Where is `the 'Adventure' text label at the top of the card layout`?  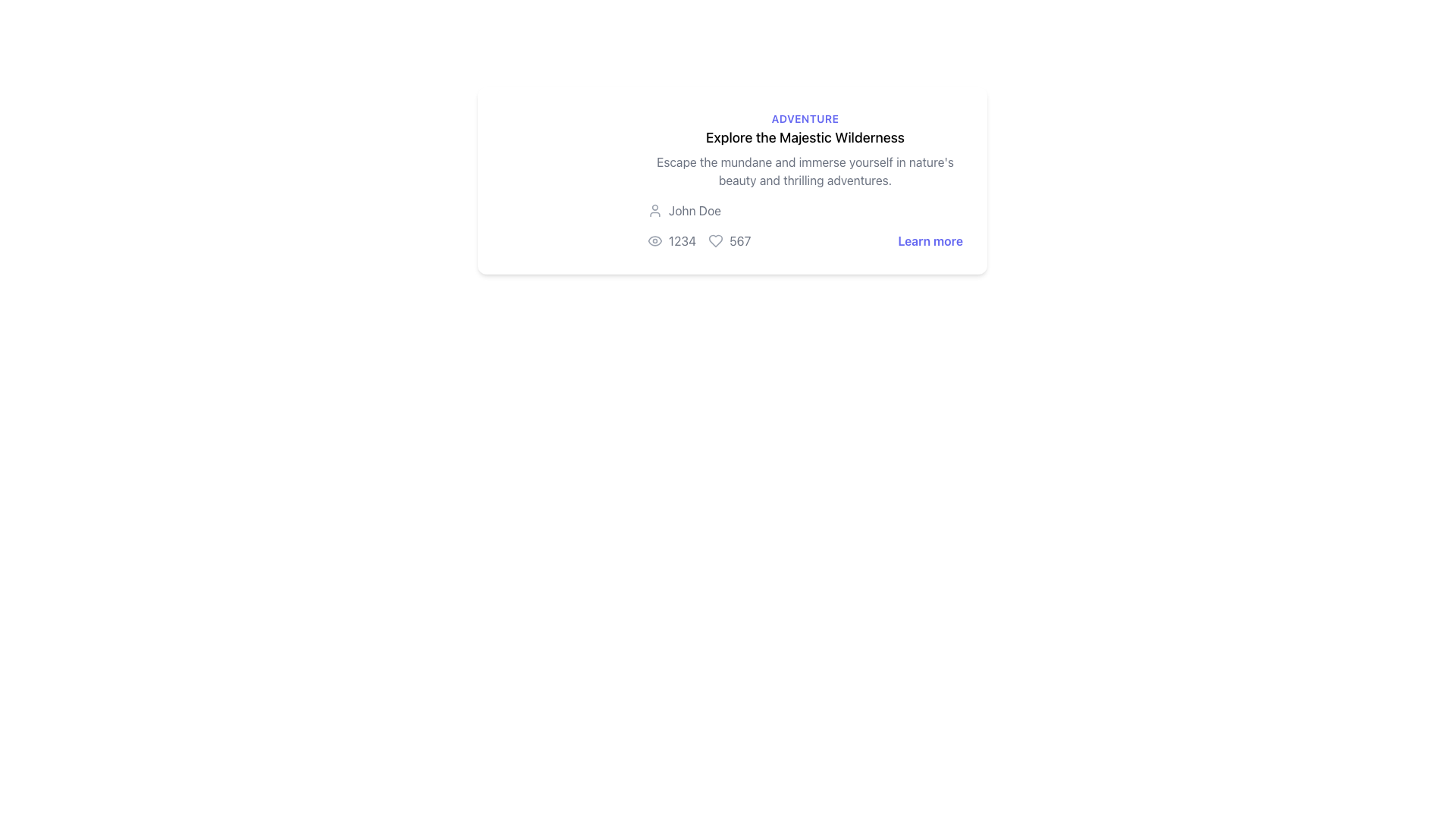 the 'Adventure' text label at the top of the card layout is located at coordinates (804, 118).